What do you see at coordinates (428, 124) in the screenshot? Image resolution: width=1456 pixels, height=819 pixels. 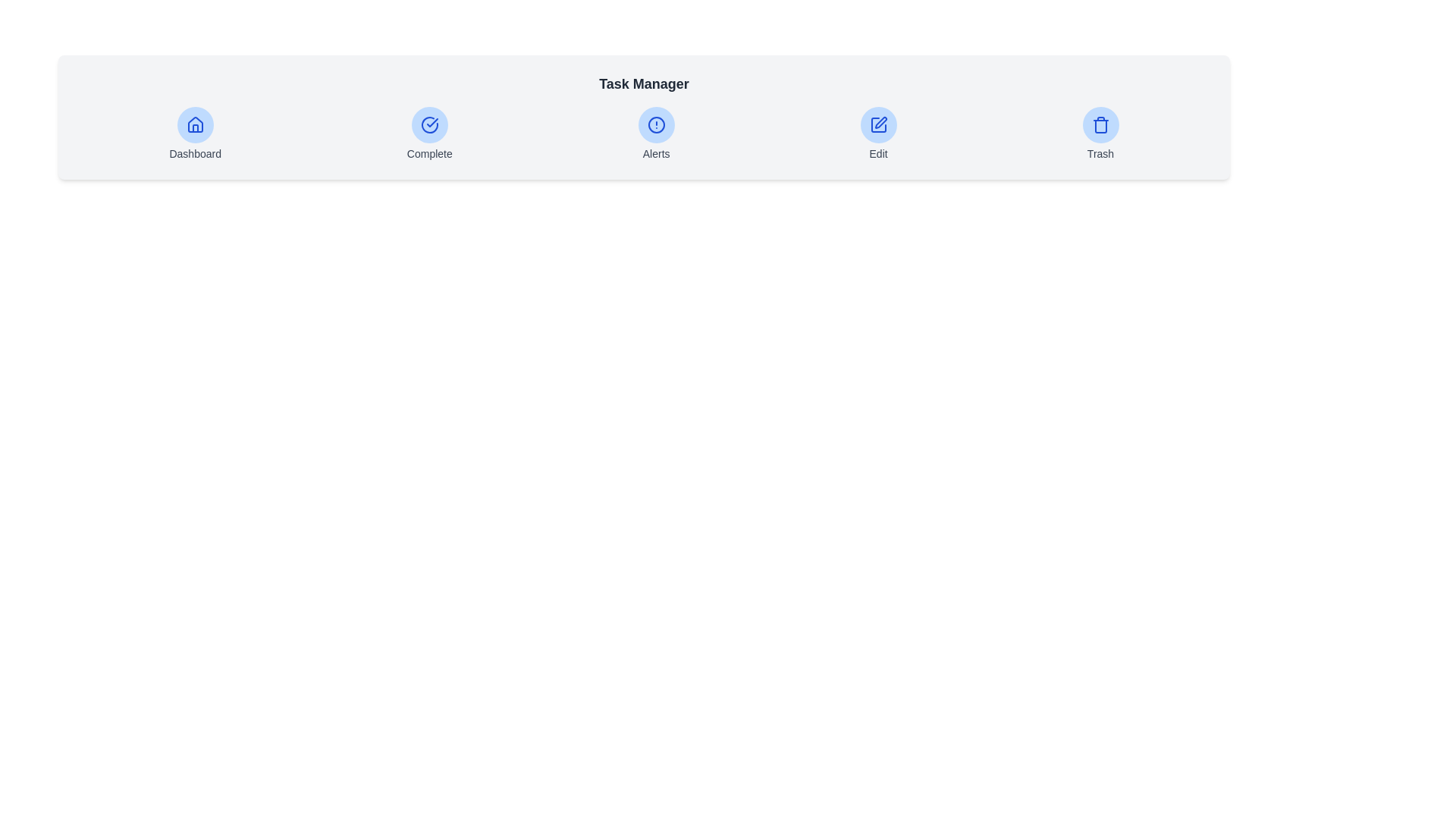 I see `the 'Complete' circular icon in the navigation bar` at bounding box center [428, 124].